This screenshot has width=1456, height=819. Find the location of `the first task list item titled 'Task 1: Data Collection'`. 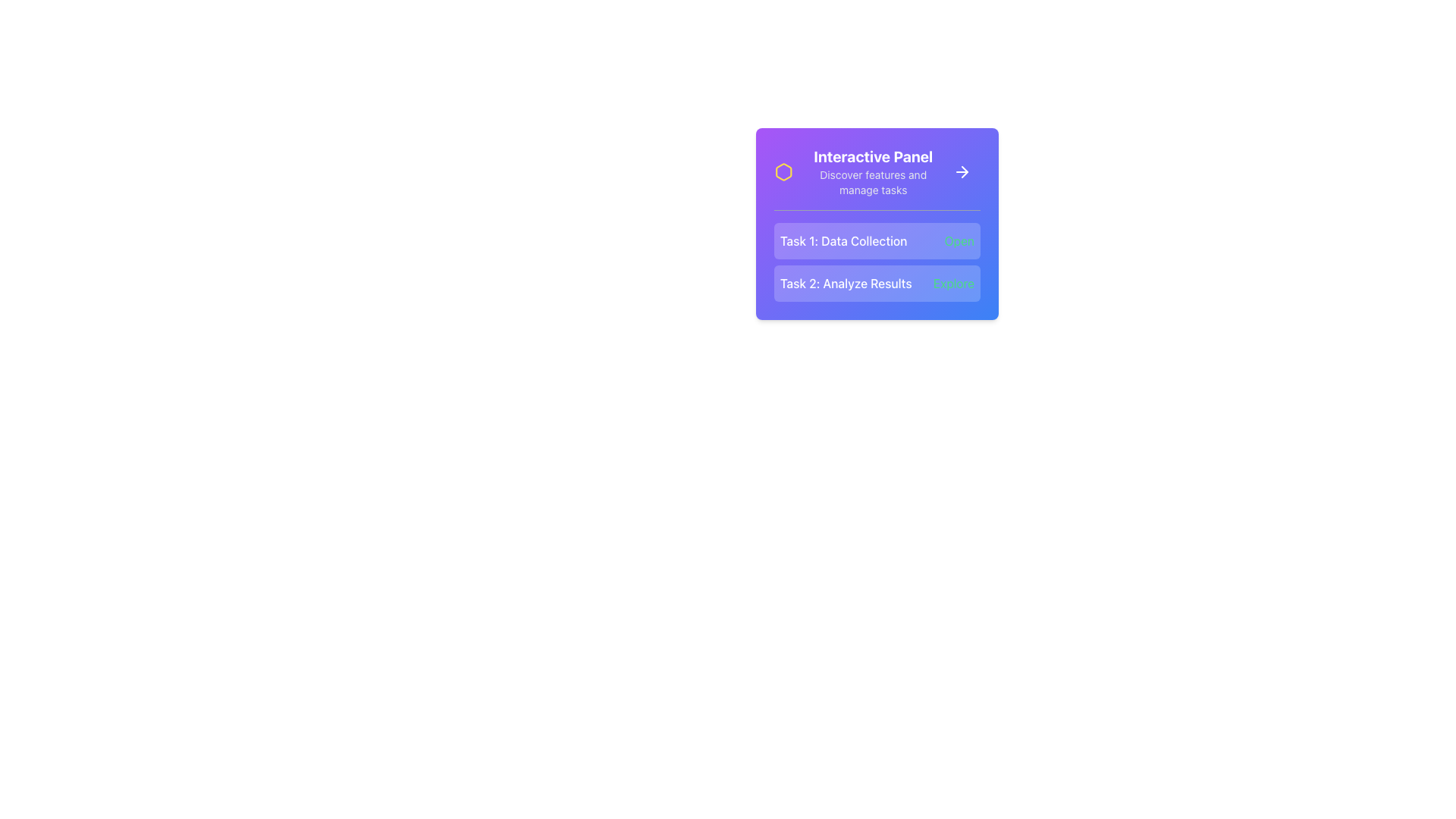

the first task list item titled 'Task 1: Data Collection' is located at coordinates (877, 240).